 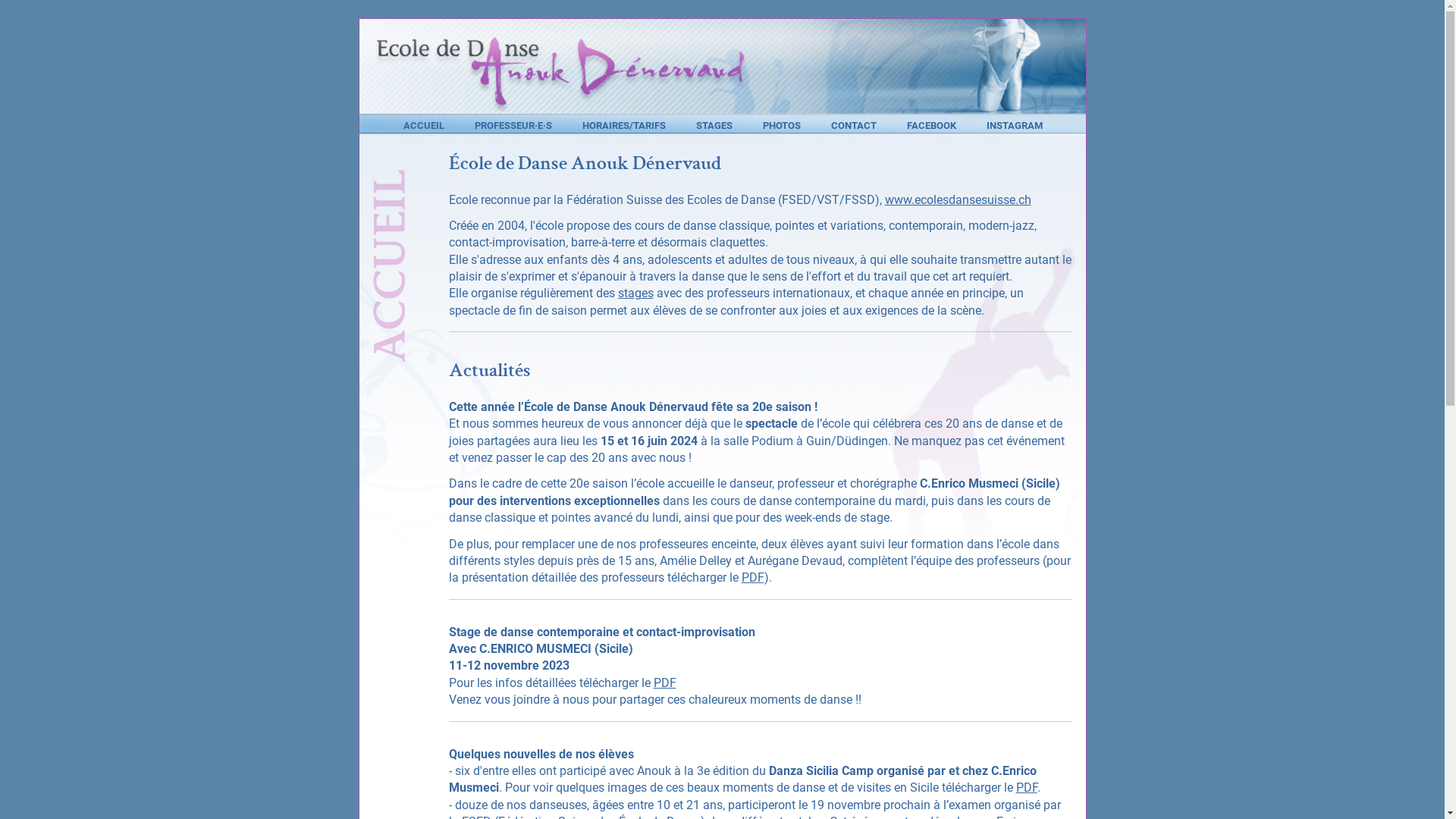 What do you see at coordinates (930, 124) in the screenshot?
I see `'FACEBOOK'` at bounding box center [930, 124].